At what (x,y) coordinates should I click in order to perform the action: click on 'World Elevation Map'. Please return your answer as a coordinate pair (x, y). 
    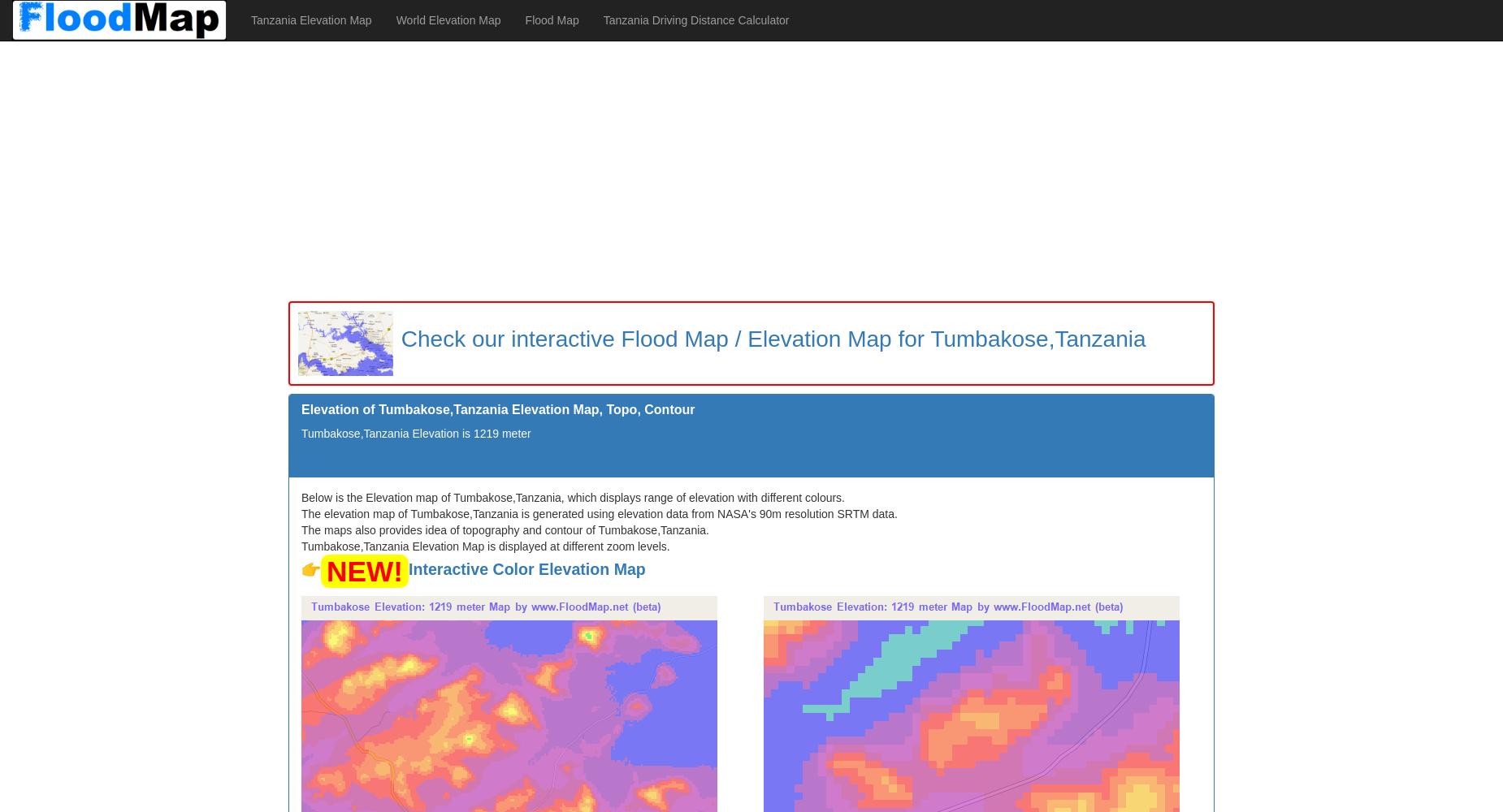
    Looking at the image, I should click on (448, 20).